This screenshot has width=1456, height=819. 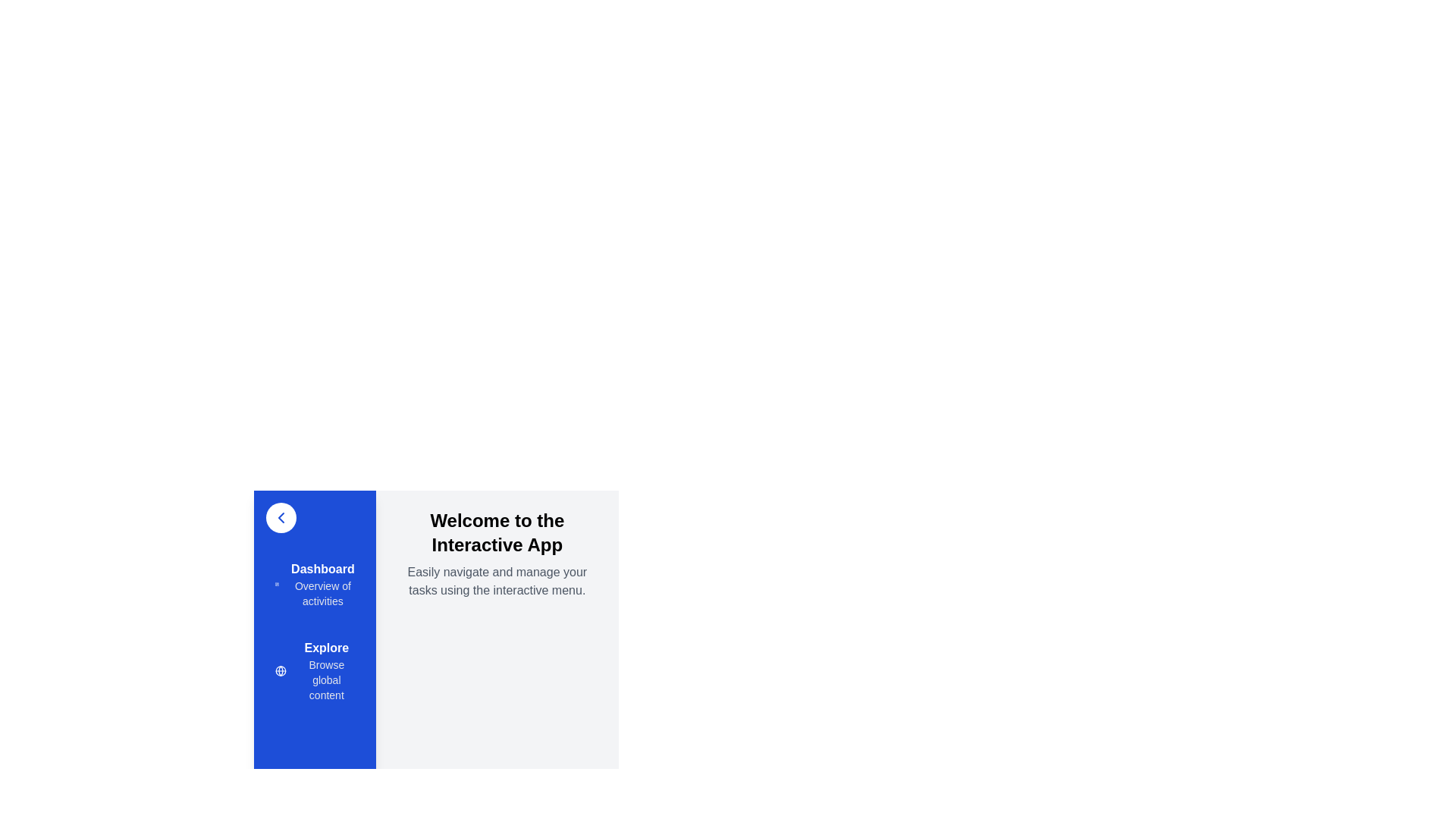 I want to click on the menu item Explore, so click(x=313, y=670).